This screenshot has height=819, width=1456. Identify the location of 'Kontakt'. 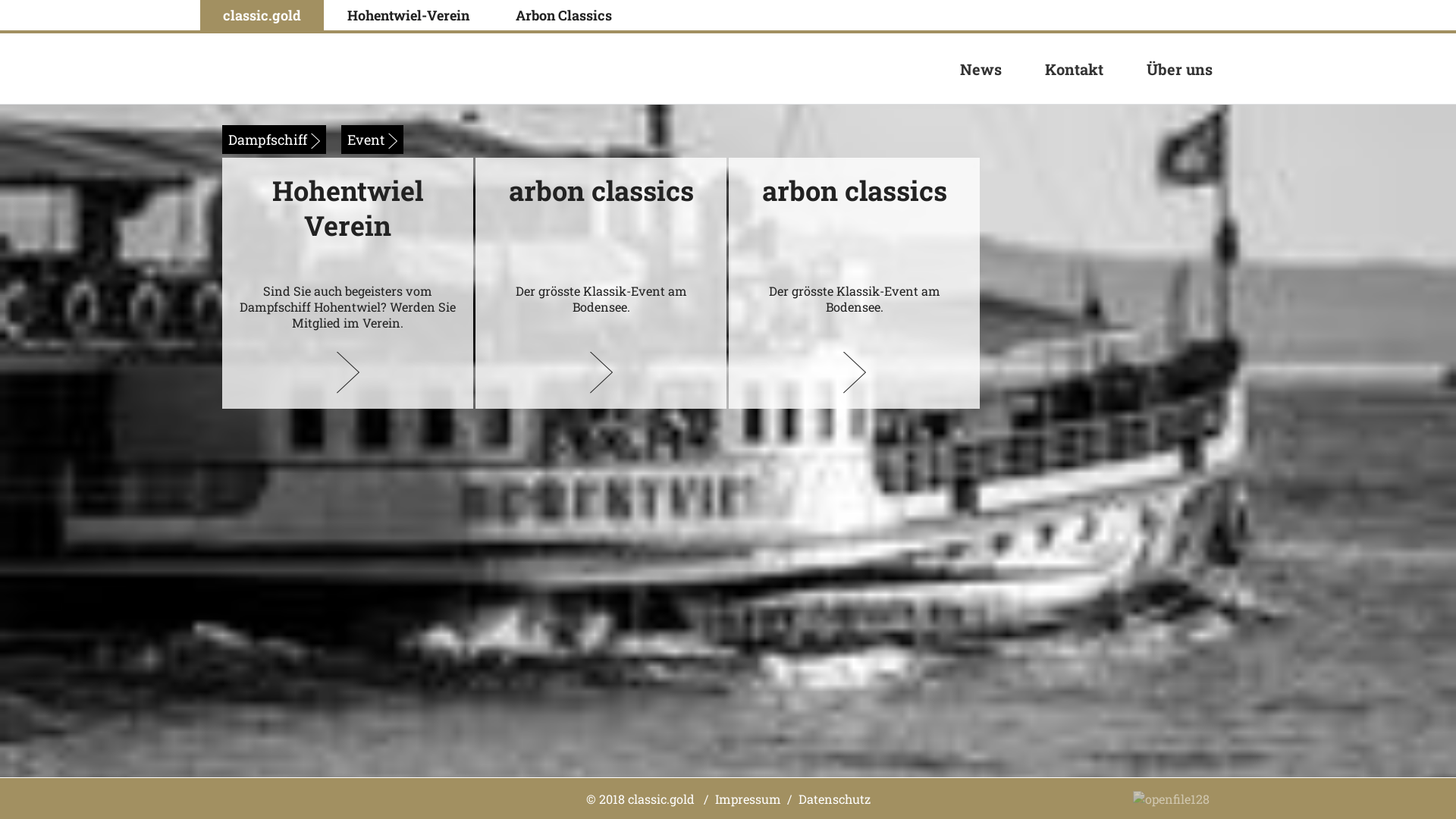
(1073, 69).